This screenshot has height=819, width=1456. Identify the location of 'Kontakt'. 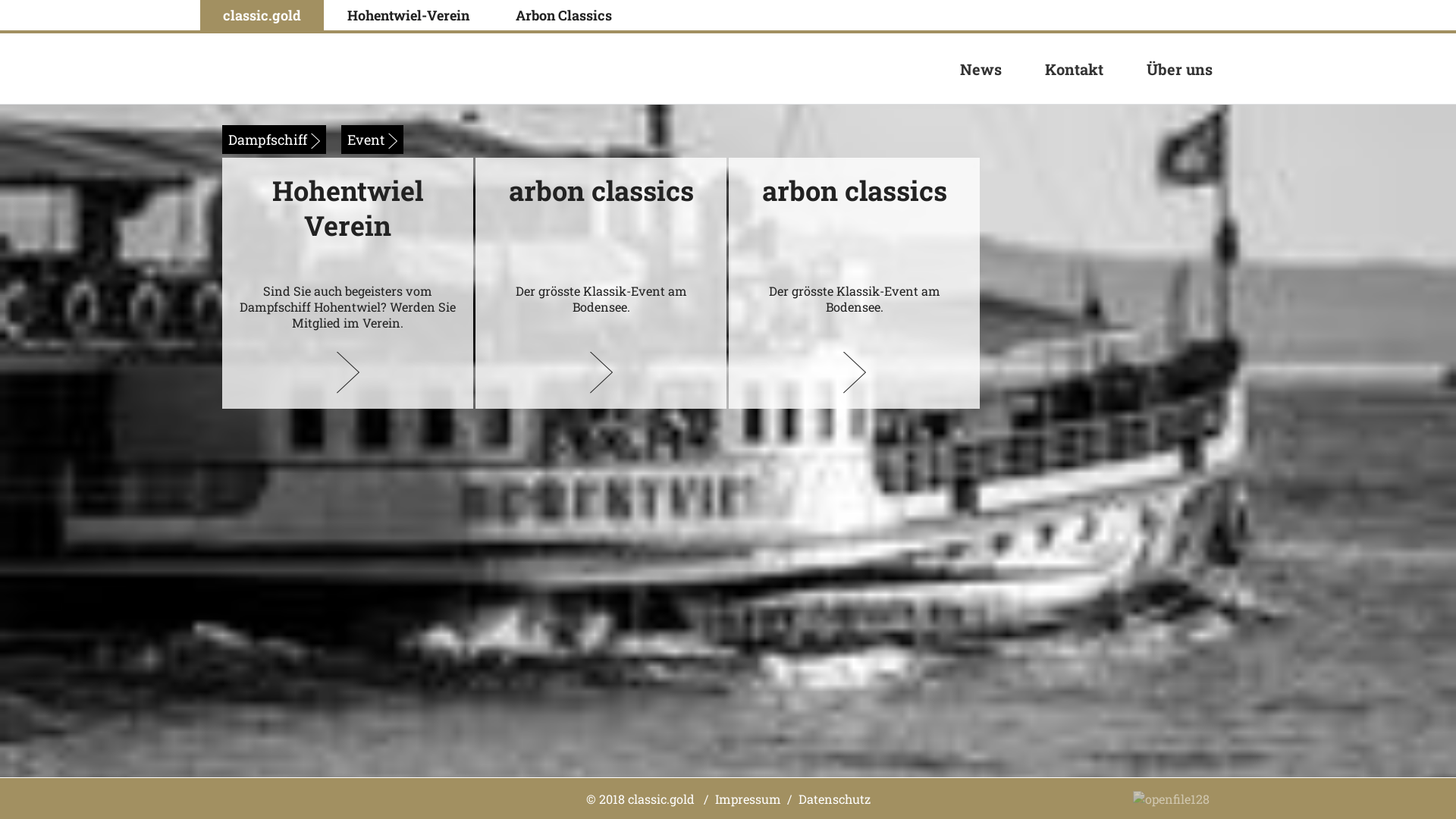
(1073, 69).